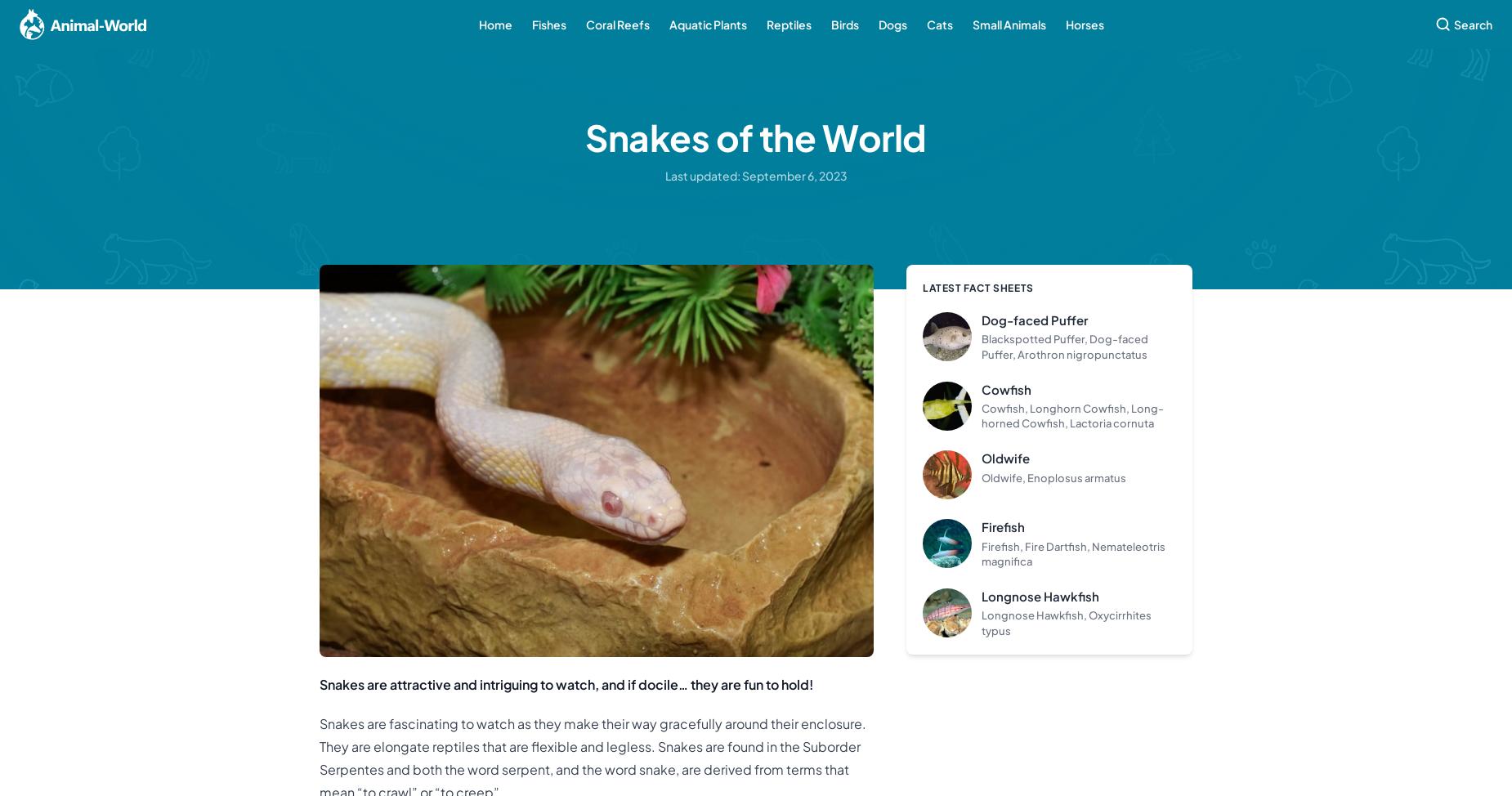  I want to click on 'Cats', so click(938, 24).